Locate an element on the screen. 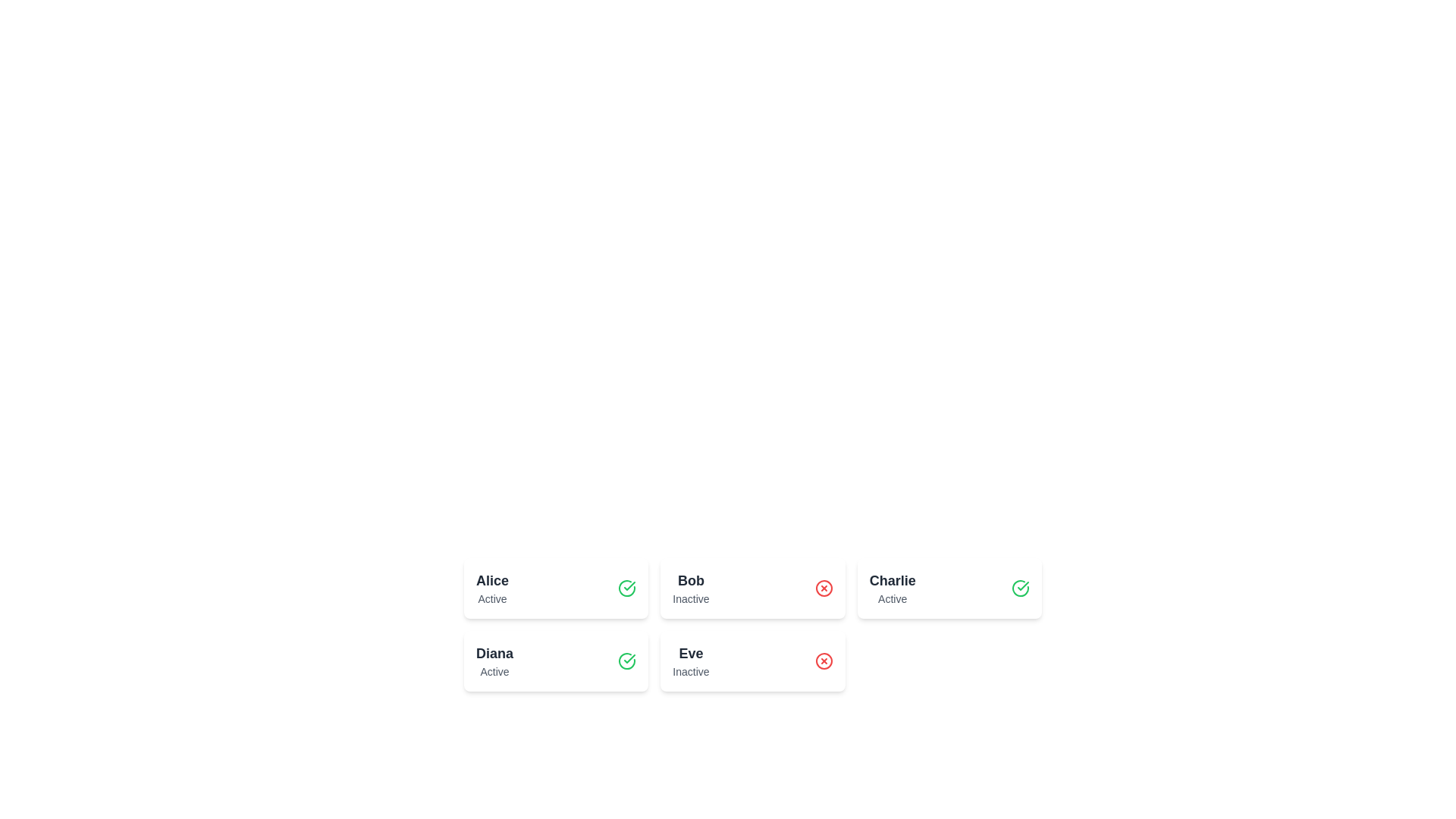  the text label displaying the name 'Diana' in bold, dark text, which is located on a white card-like background near the middle-bottom of the card is located at coordinates (494, 660).